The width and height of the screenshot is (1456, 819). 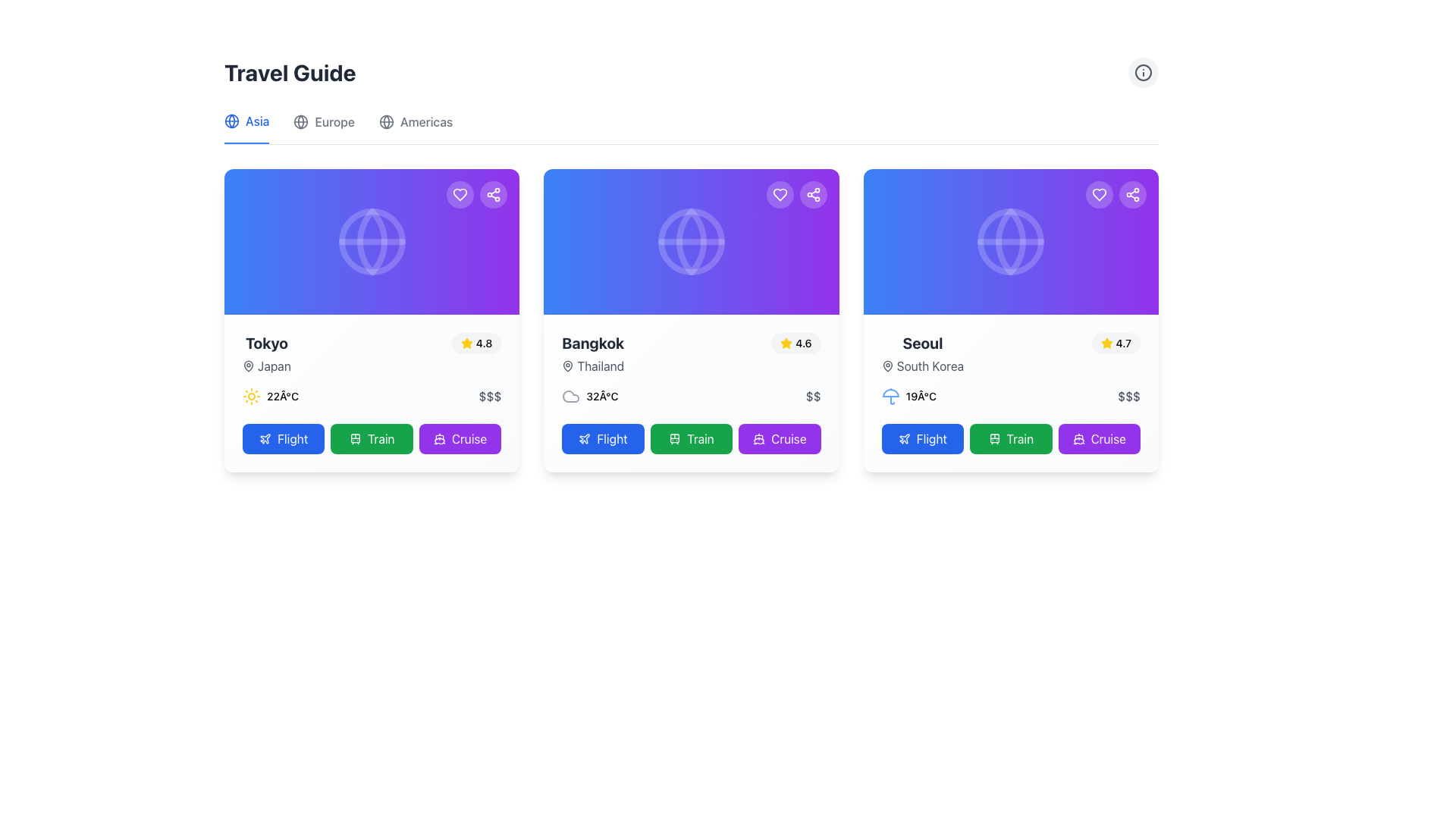 I want to click on the Decorative Banner Section located at the top of the second card from the left, above the text 'Bangkok', so click(x=691, y=241).